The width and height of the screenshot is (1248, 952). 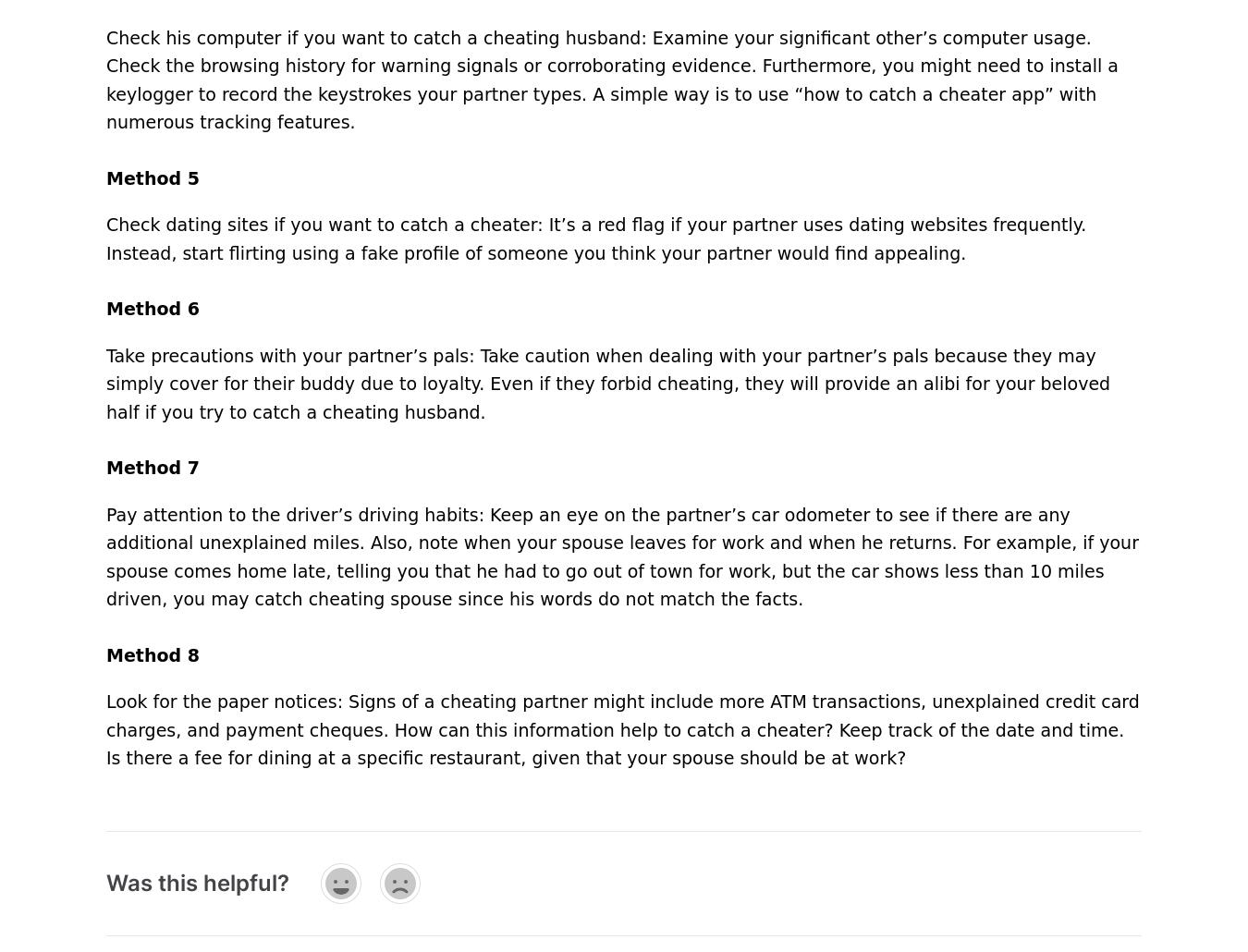 I want to click on 'Pay attention to the driver’s driving habits: Keep an eye on the partner’s car odometer to see if there are any additional unexplained miles. Also, note when your spouse leaves for work and when he returns. For example, if your spouse comes home late, telling you that he had to go out of town for work, but the car shows less than 10 miles driven, you may catch cheating spouse since his words do not match the facts.', so click(x=621, y=555).